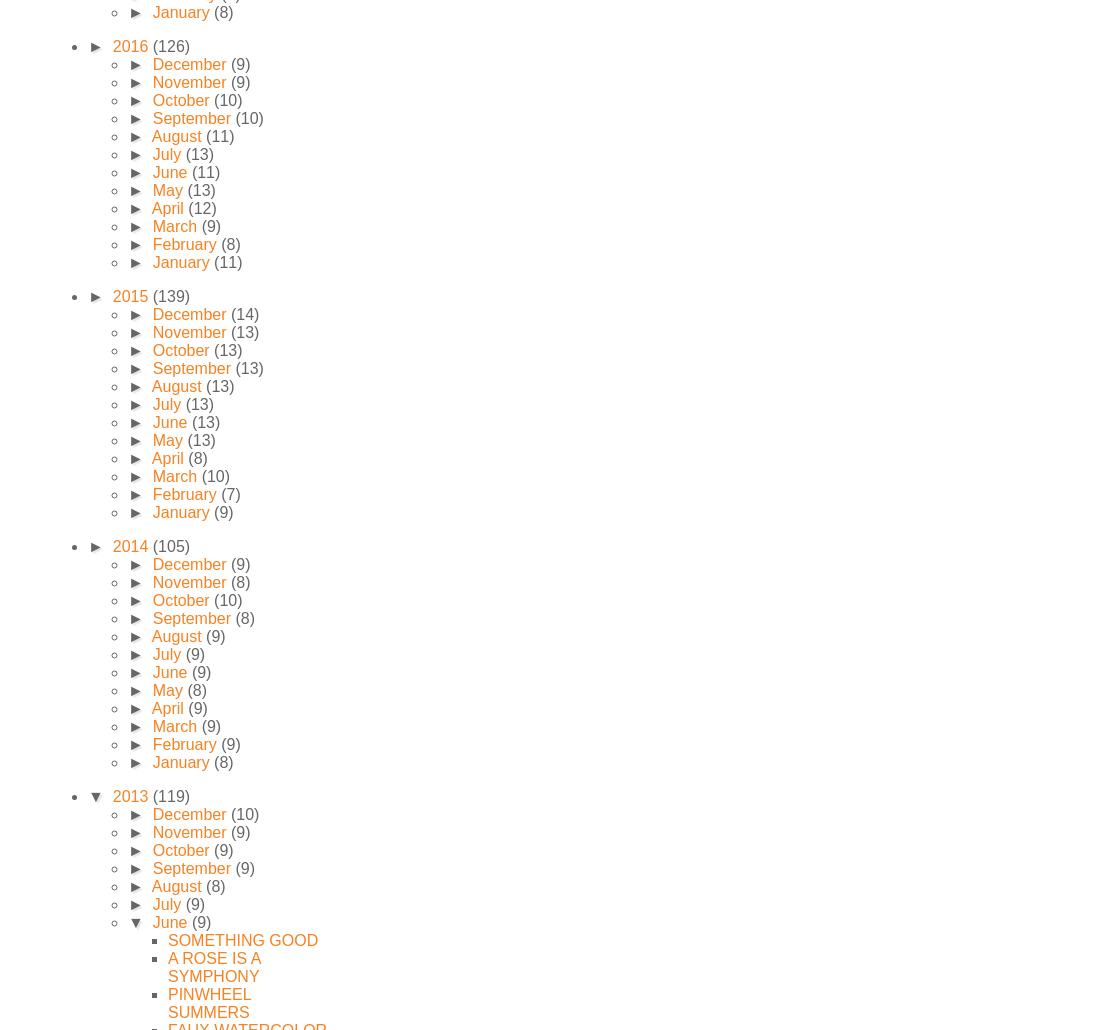  Describe the element at coordinates (230, 493) in the screenshot. I see `'(7)'` at that location.